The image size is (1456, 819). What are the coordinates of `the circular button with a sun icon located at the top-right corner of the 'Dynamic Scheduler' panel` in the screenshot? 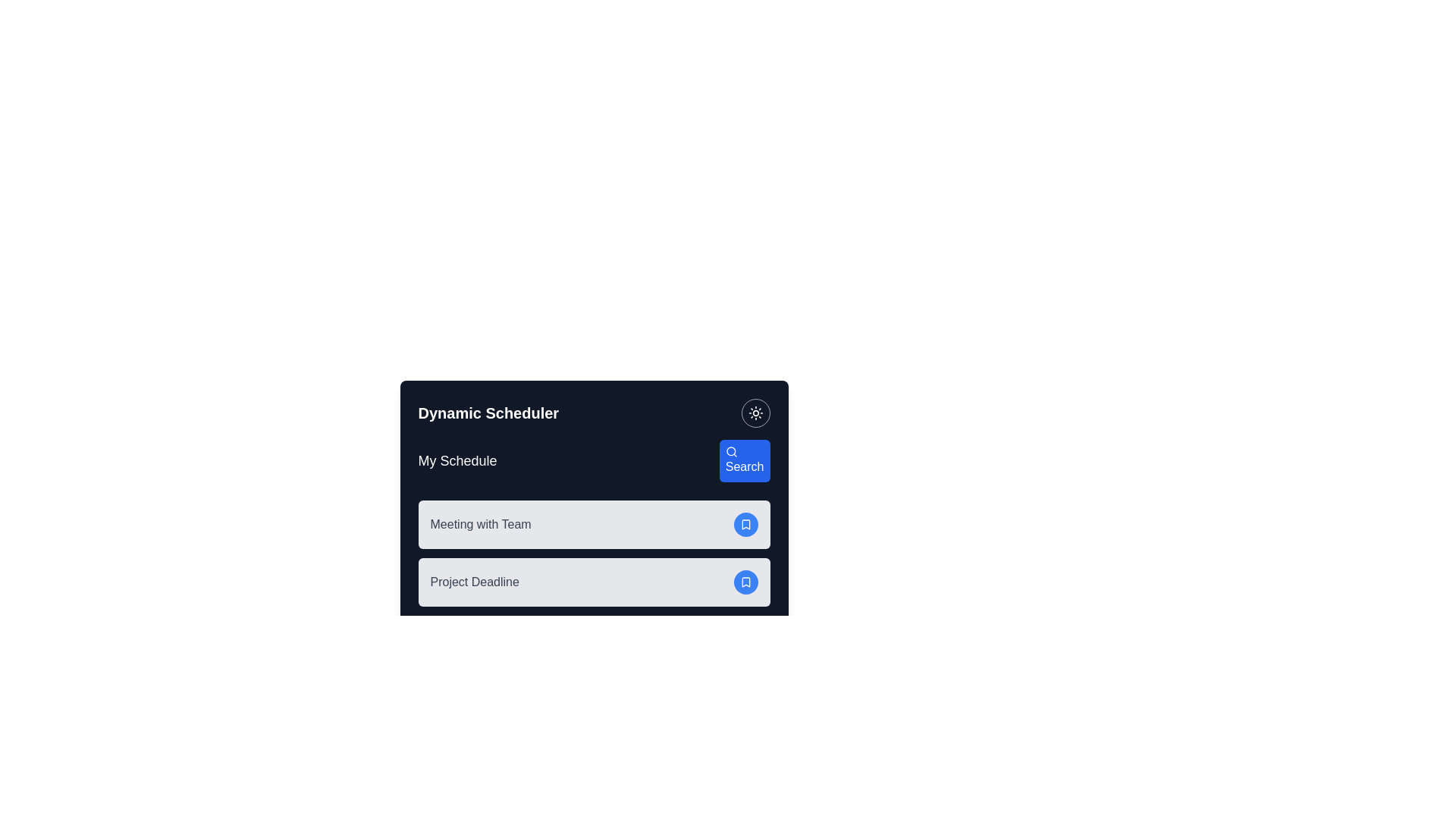 It's located at (755, 413).